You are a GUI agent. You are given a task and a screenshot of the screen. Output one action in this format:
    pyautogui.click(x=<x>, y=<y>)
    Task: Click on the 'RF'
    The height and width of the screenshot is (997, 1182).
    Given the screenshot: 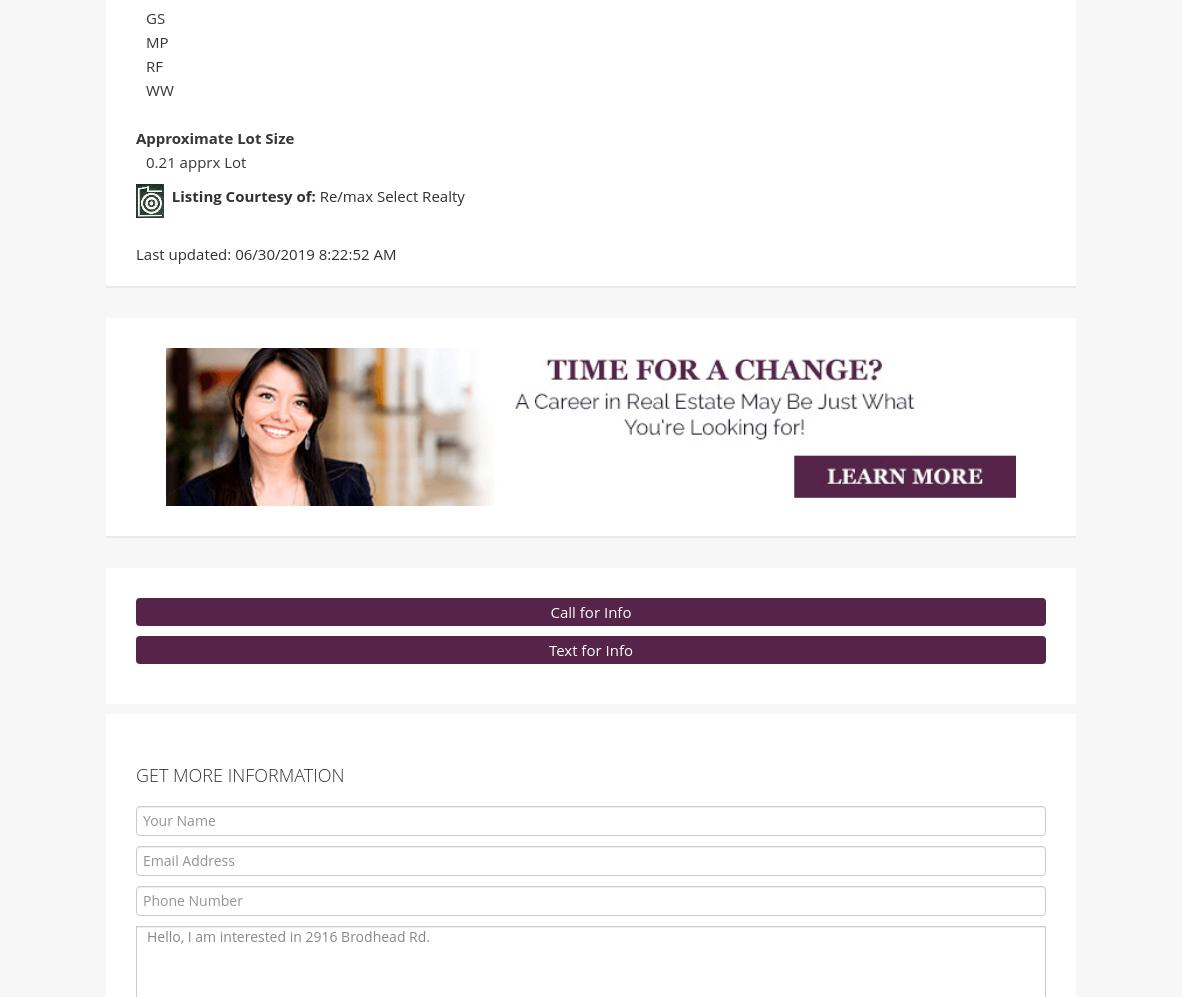 What is the action you would take?
    pyautogui.click(x=154, y=67)
    